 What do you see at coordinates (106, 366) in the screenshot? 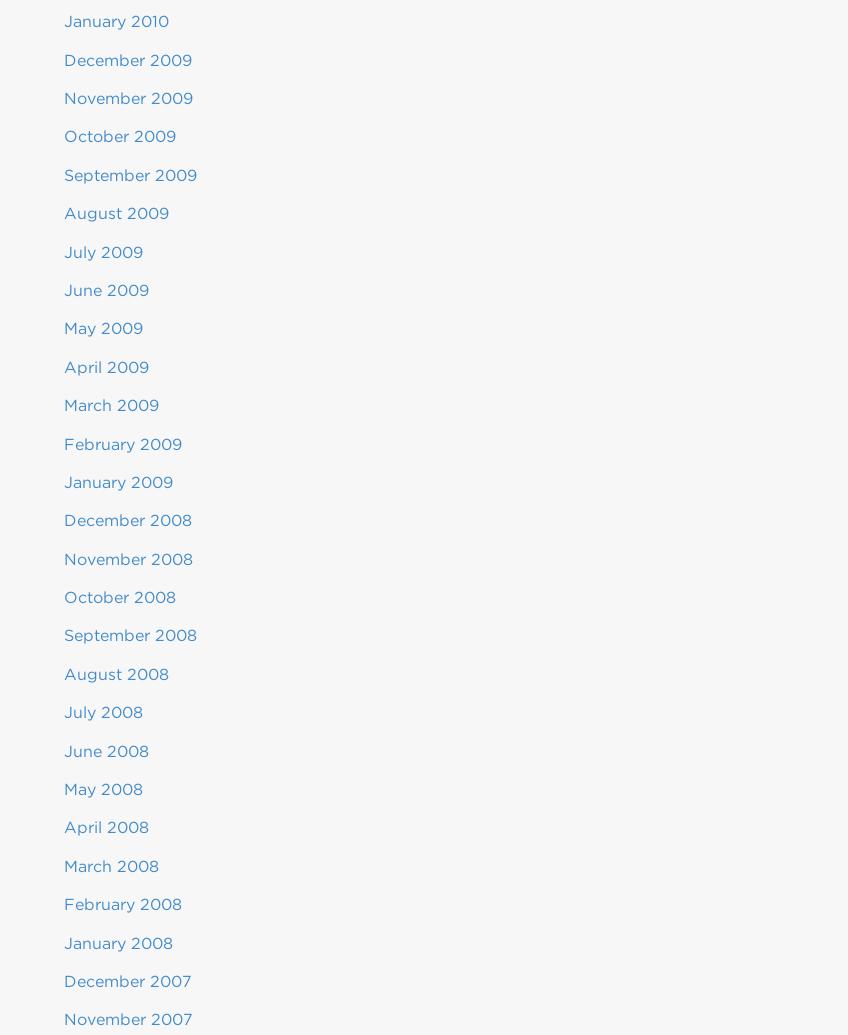
I see `'April 2009'` at bounding box center [106, 366].